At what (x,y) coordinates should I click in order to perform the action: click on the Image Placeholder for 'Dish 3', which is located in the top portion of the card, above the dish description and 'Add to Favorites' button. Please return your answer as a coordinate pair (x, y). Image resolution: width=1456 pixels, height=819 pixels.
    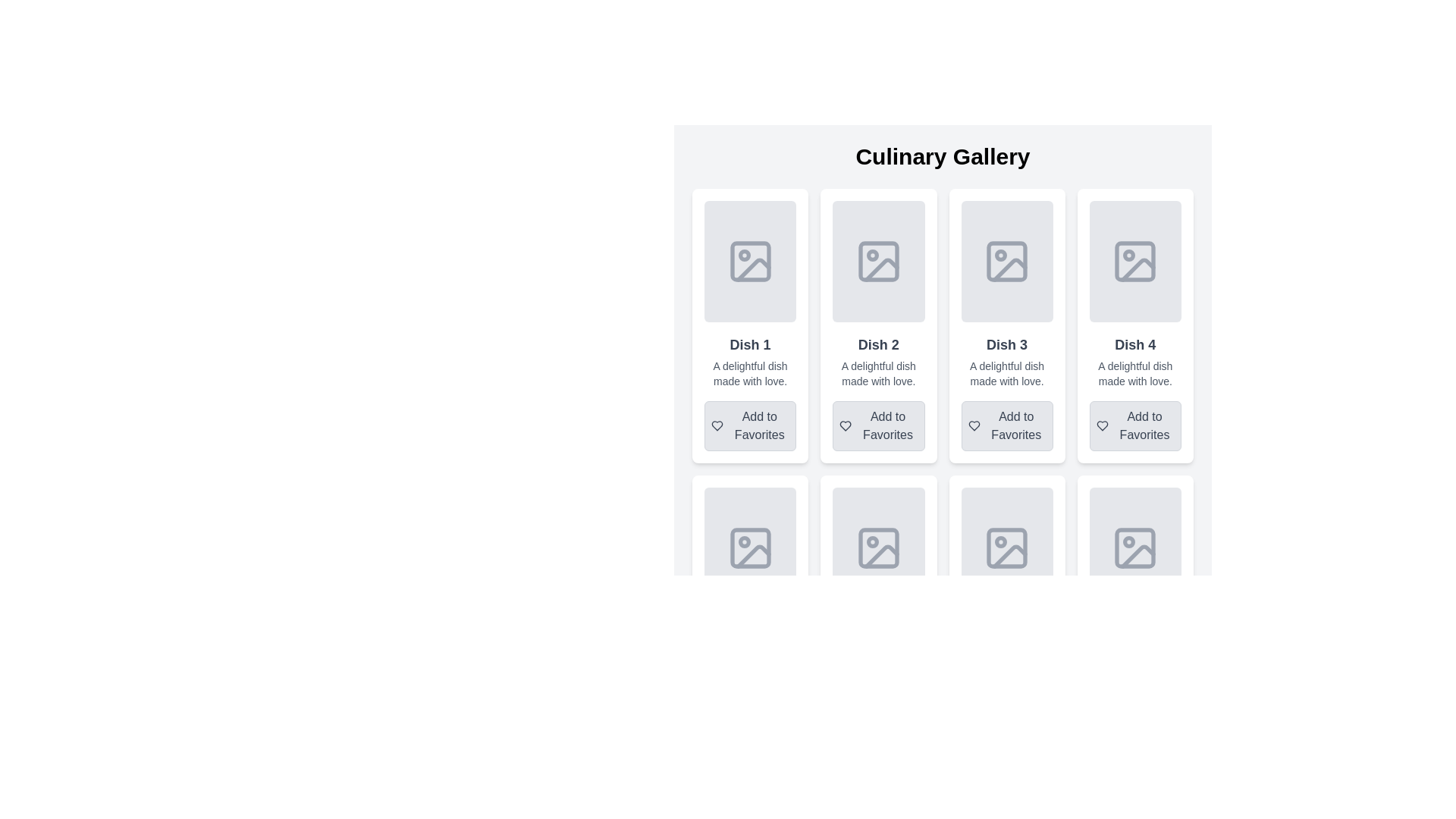
    Looking at the image, I should click on (1007, 260).